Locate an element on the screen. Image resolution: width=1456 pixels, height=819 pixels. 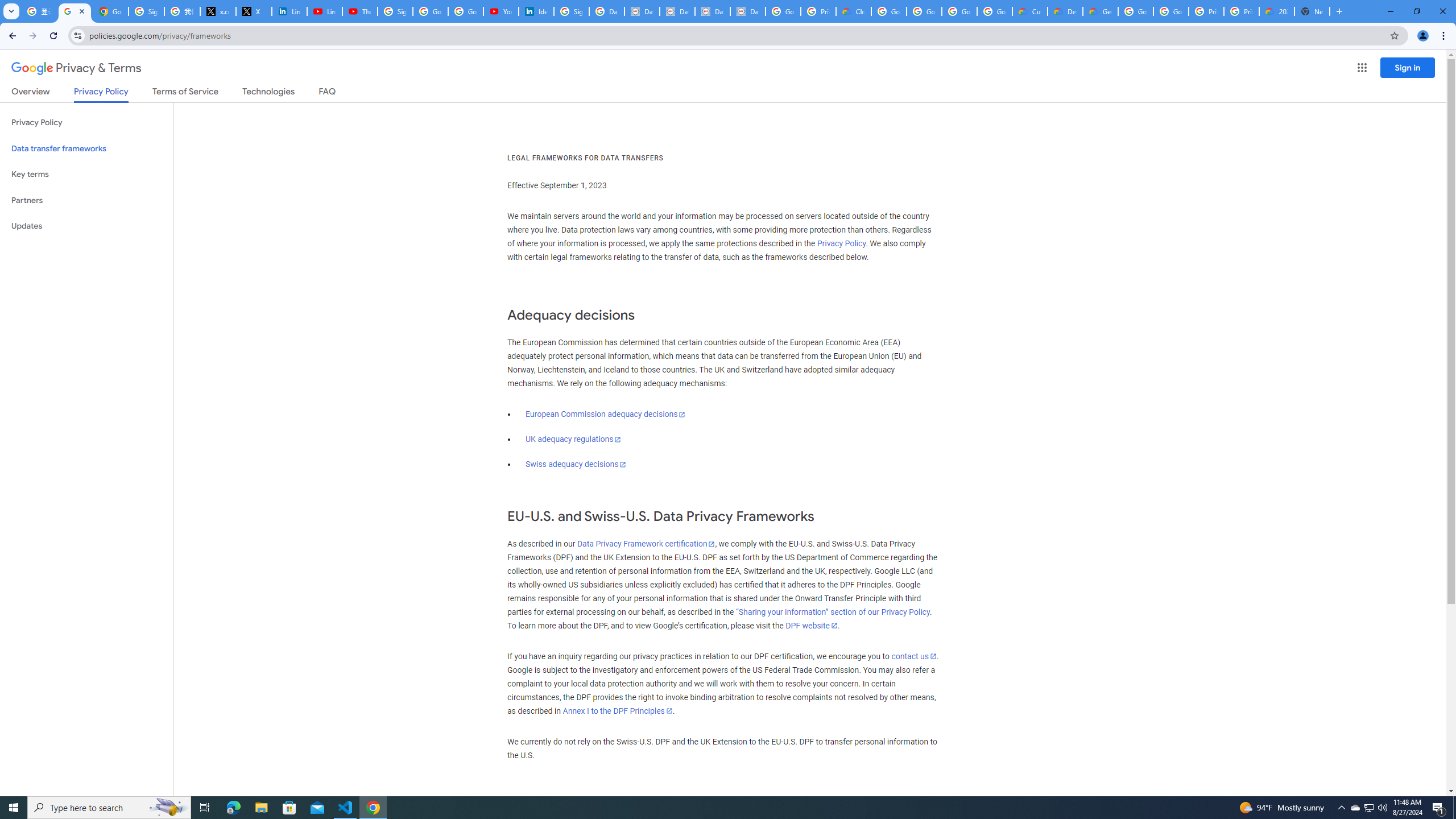
'X' is located at coordinates (253, 11).